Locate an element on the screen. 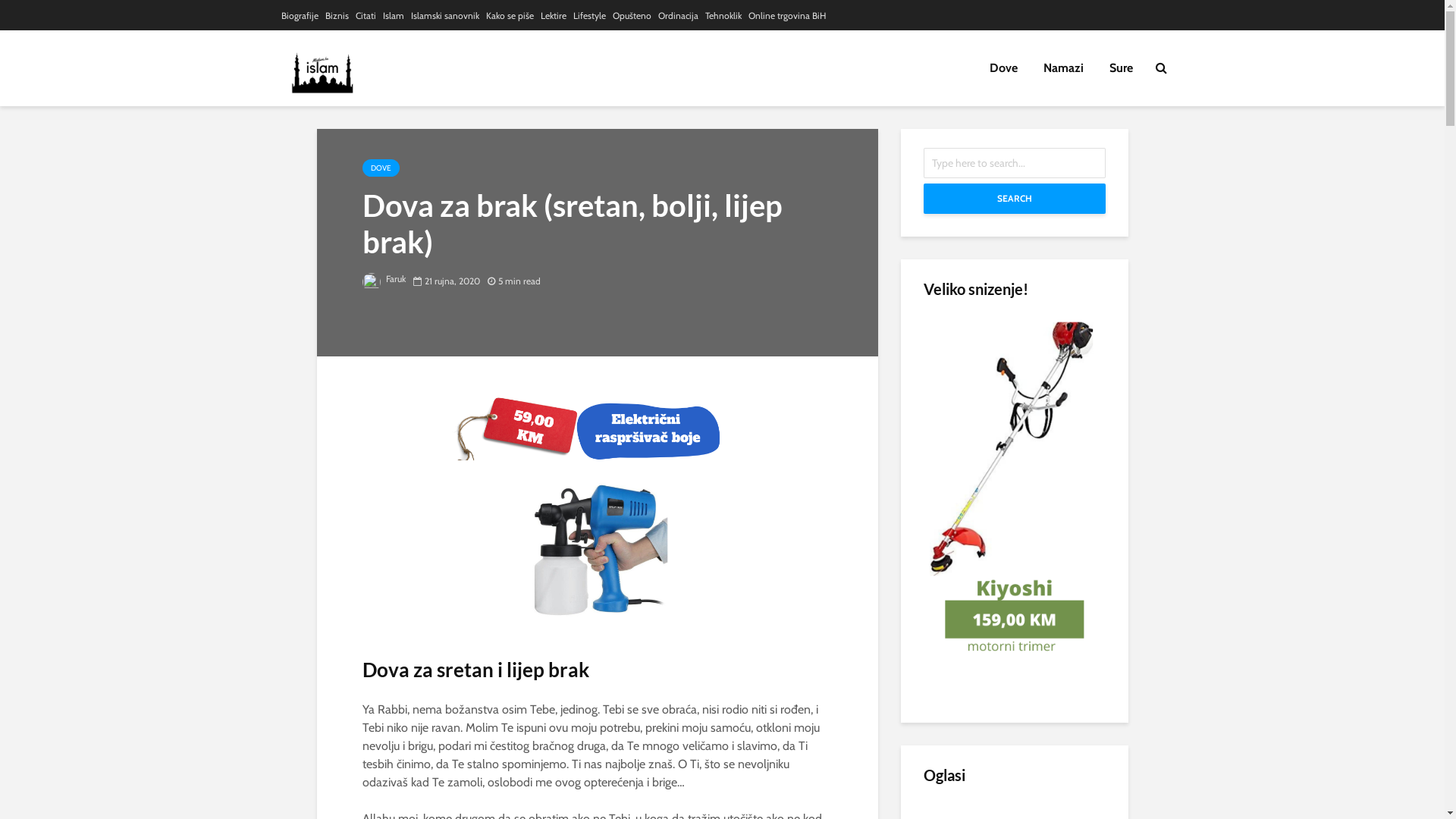 Image resolution: width=1456 pixels, height=819 pixels. 'DOVE' is located at coordinates (381, 168).